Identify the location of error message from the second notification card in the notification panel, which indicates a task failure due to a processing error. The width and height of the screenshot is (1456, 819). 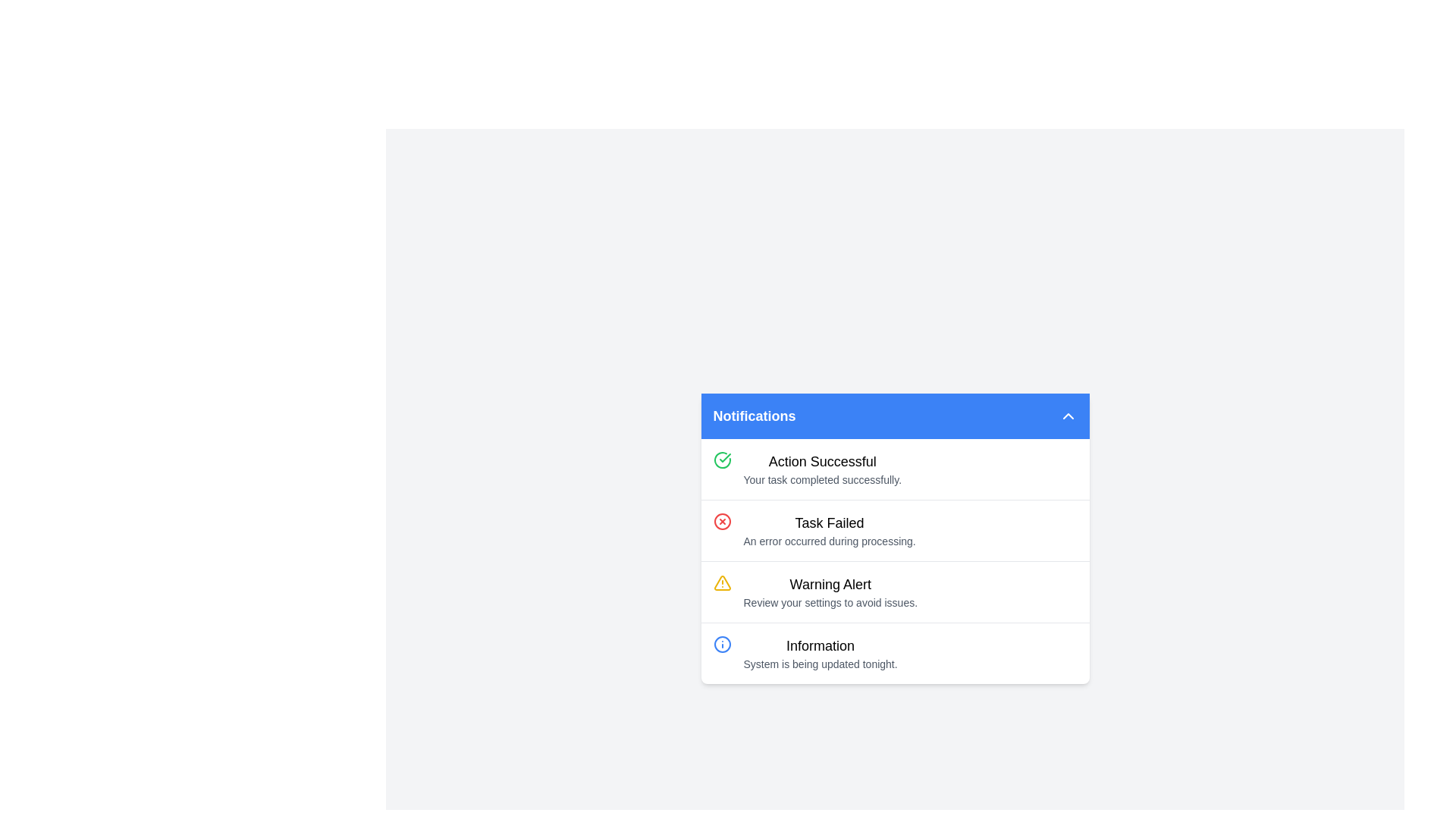
(829, 529).